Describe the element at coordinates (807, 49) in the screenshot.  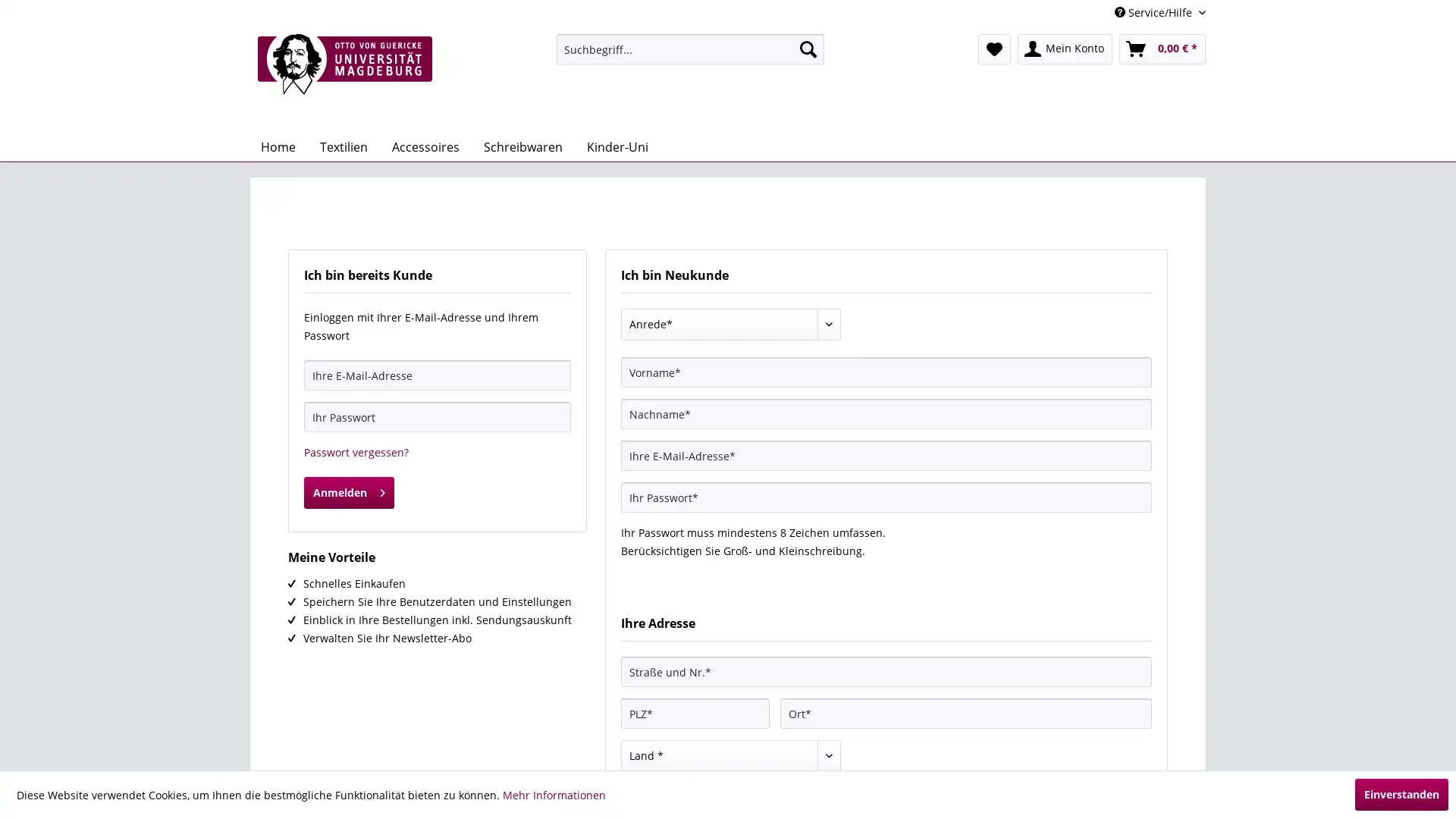
I see `Suchen` at that location.